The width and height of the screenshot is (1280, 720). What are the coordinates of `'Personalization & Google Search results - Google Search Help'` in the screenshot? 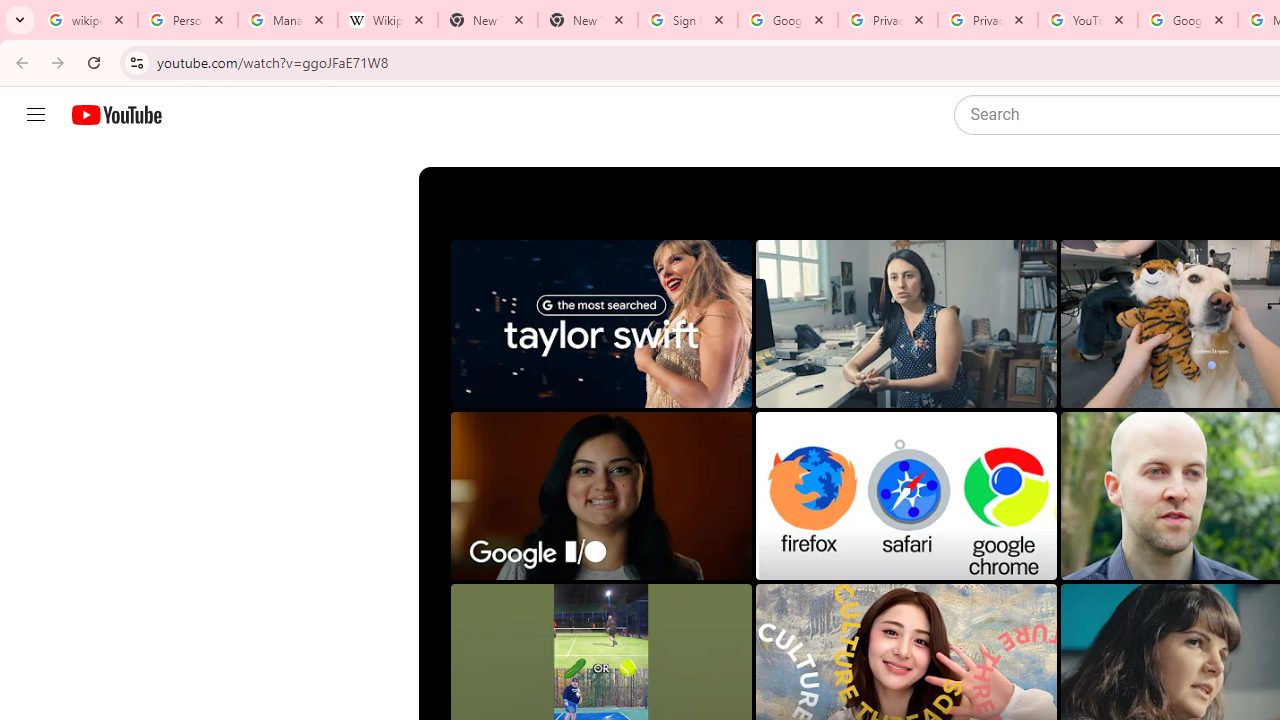 It's located at (188, 20).